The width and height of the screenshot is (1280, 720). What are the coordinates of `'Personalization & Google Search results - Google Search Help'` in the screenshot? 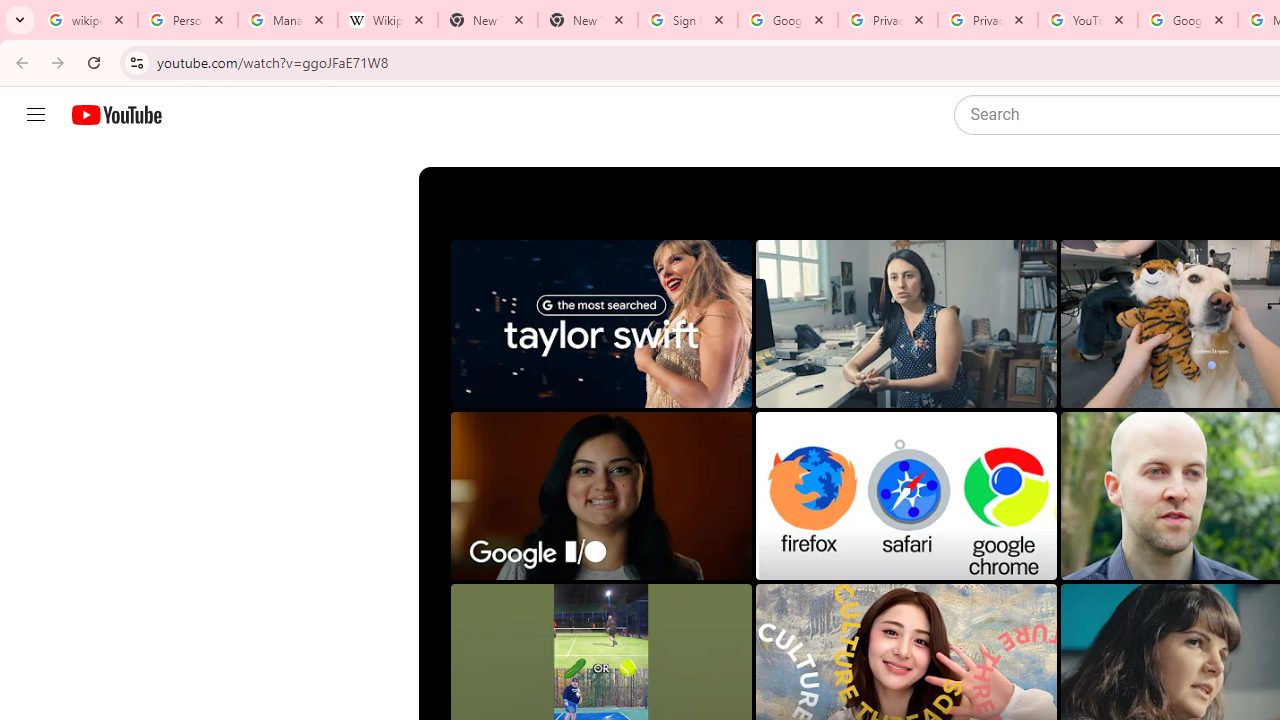 It's located at (188, 20).